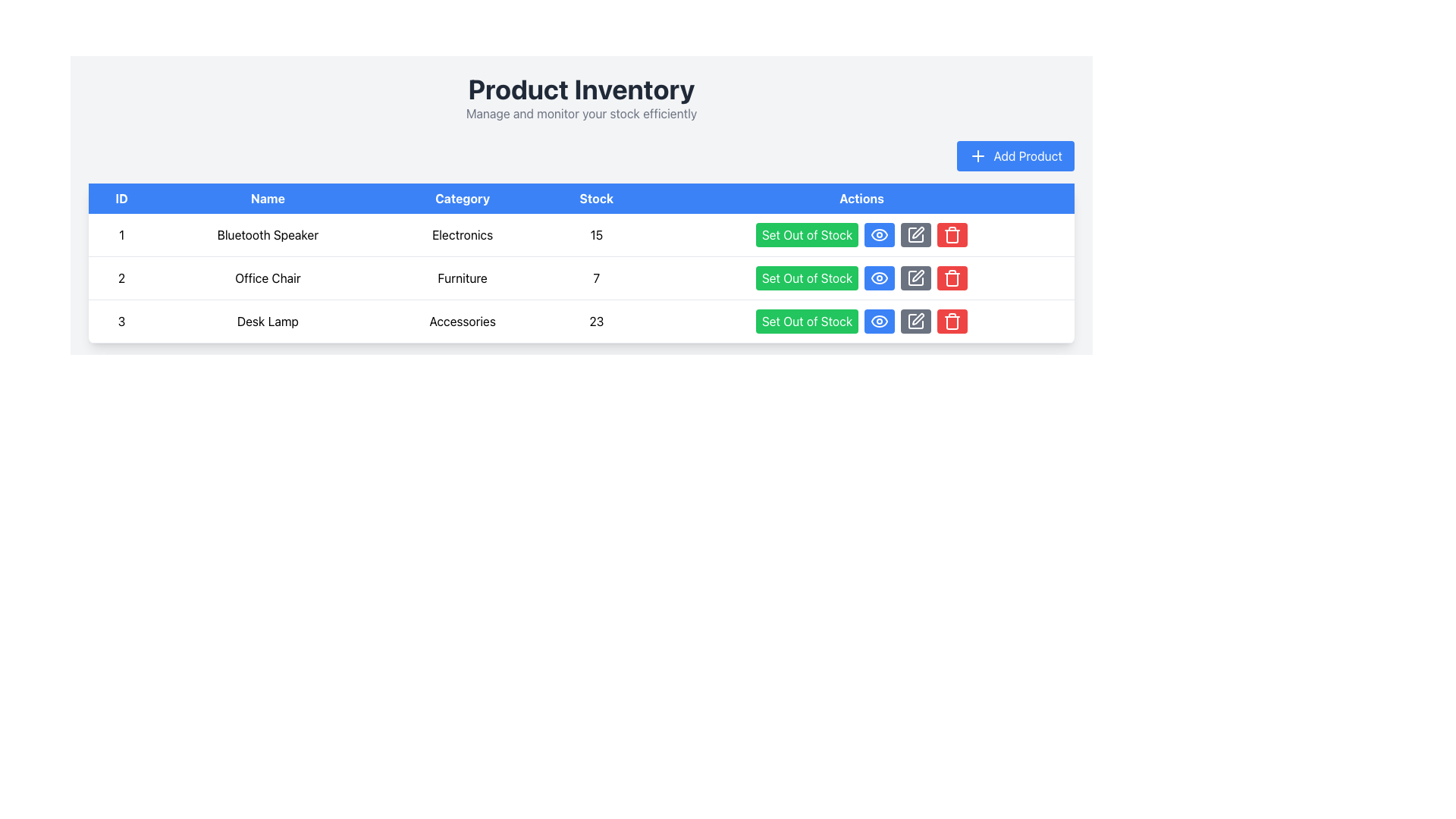 The width and height of the screenshot is (1456, 819). What do you see at coordinates (1015, 155) in the screenshot?
I see `the blue 'Add Product' button located in the top-right corner of the header section` at bounding box center [1015, 155].